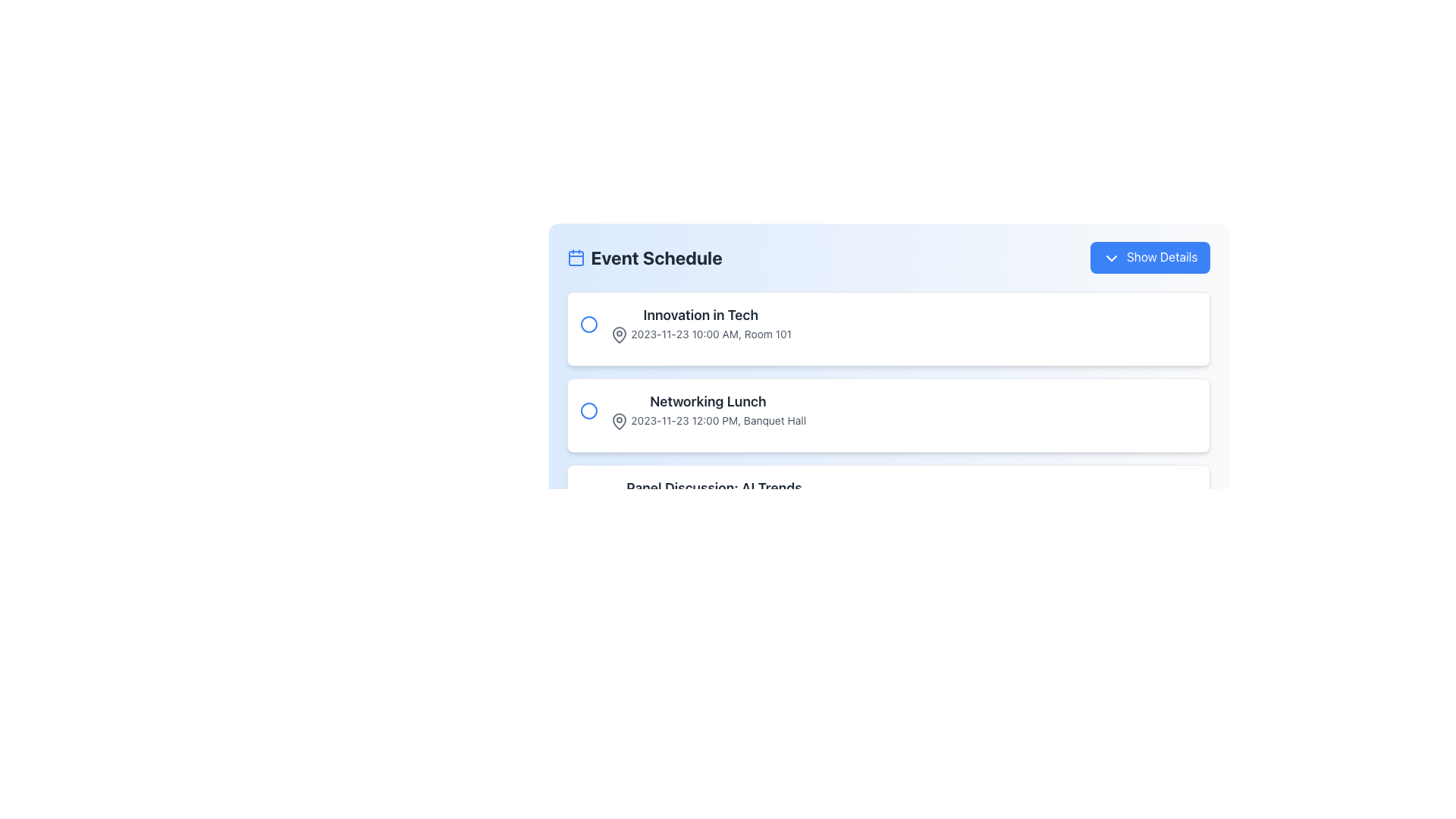  I want to click on the second event item in the Event Schedule section to highlight it, so click(707, 410).